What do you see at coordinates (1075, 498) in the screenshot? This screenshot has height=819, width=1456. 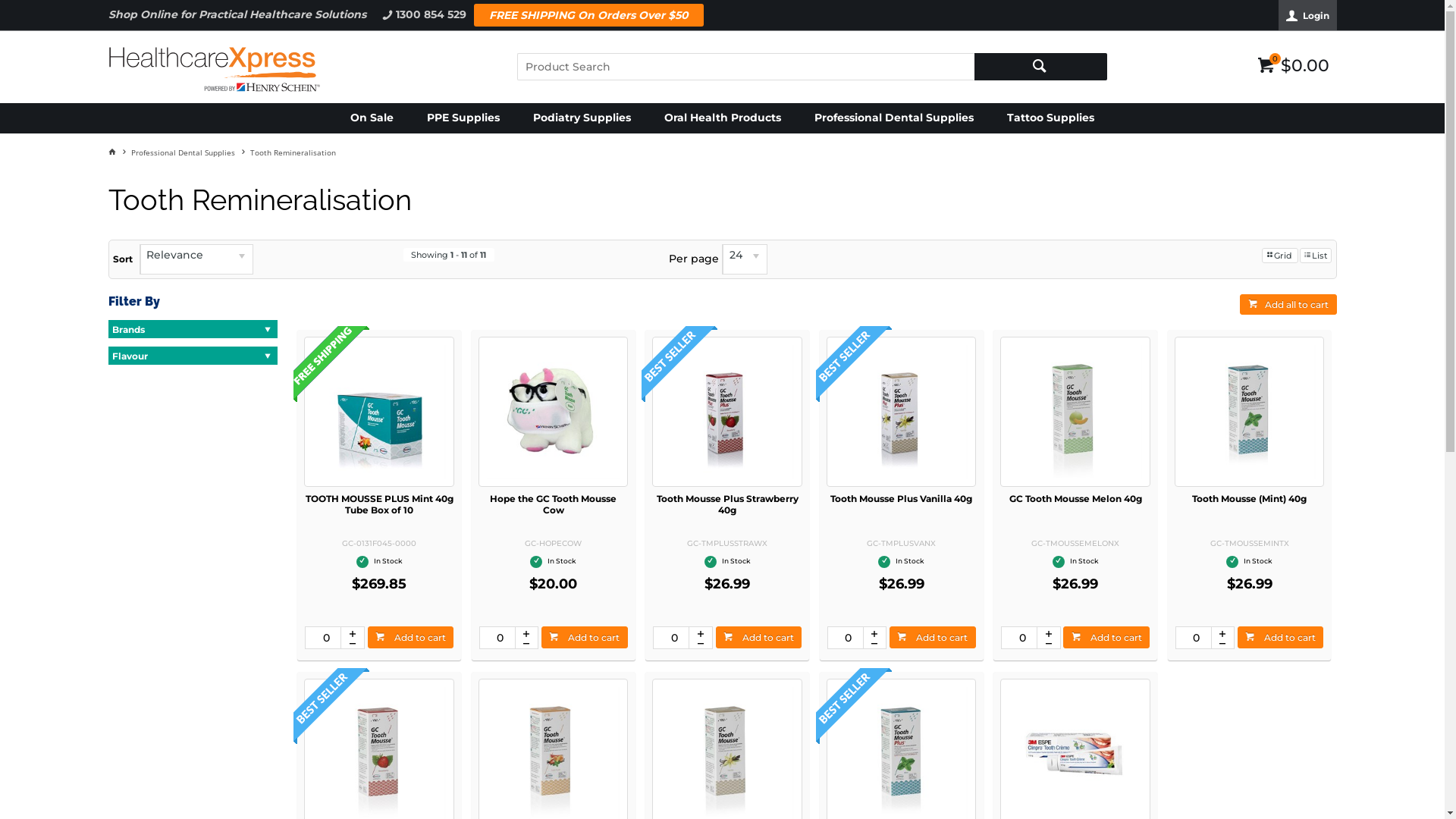 I see `'GC Tooth Mousse Melon 40g'` at bounding box center [1075, 498].